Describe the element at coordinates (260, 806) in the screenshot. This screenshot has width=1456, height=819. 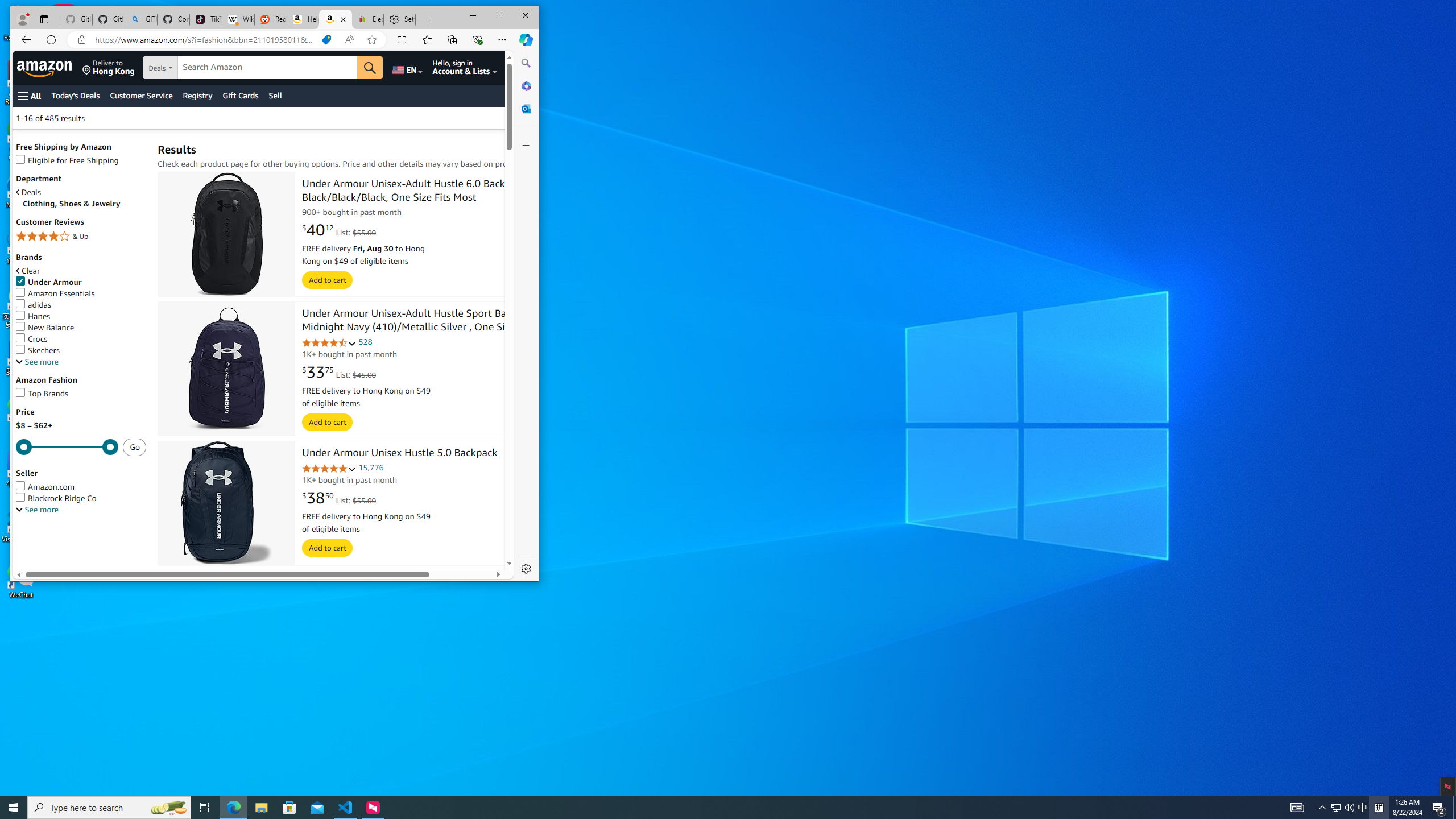
I see `'File Explorer'` at that location.